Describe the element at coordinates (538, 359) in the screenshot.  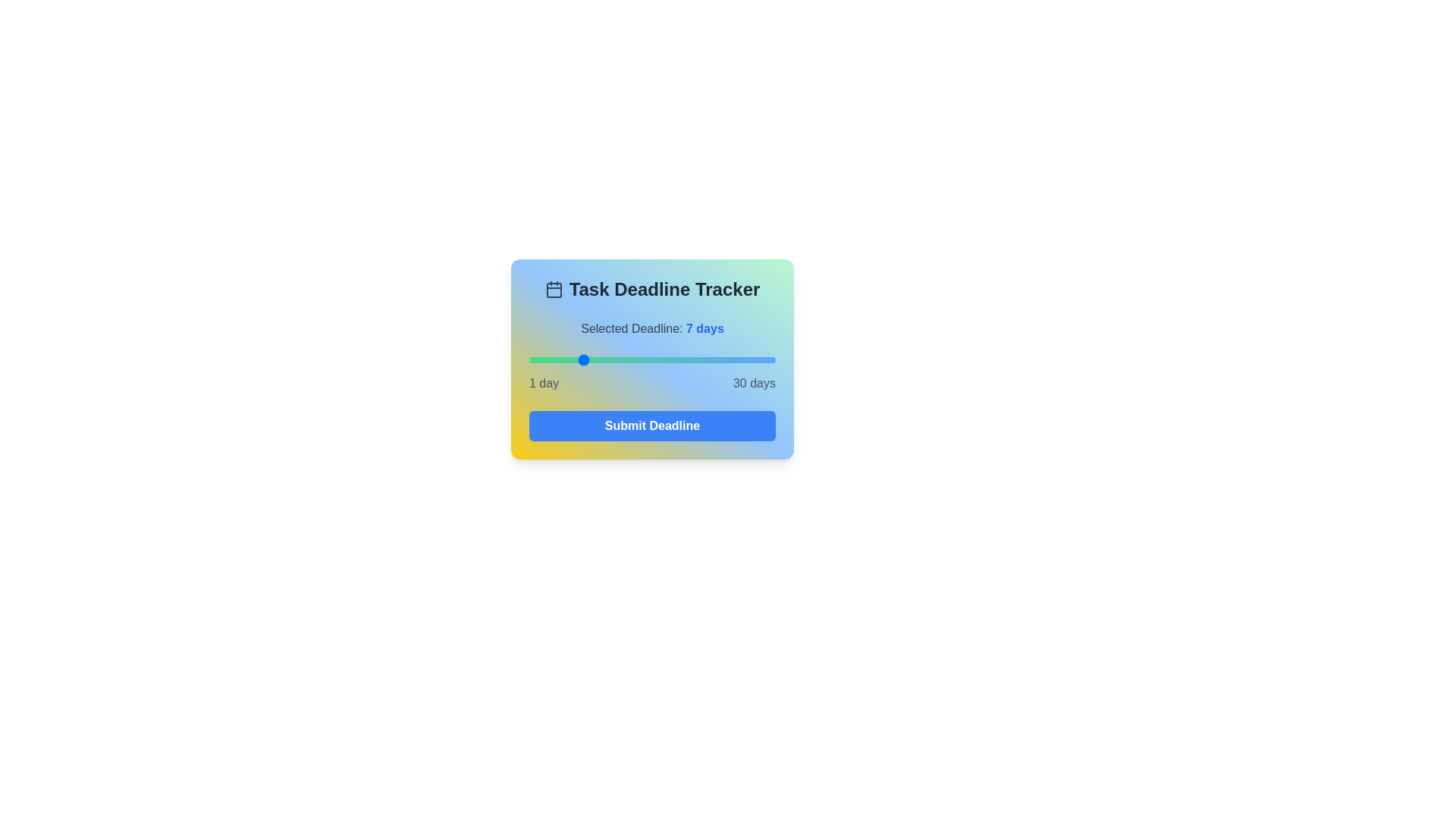
I see `the deadline to 2 days by dragging the slider` at that location.